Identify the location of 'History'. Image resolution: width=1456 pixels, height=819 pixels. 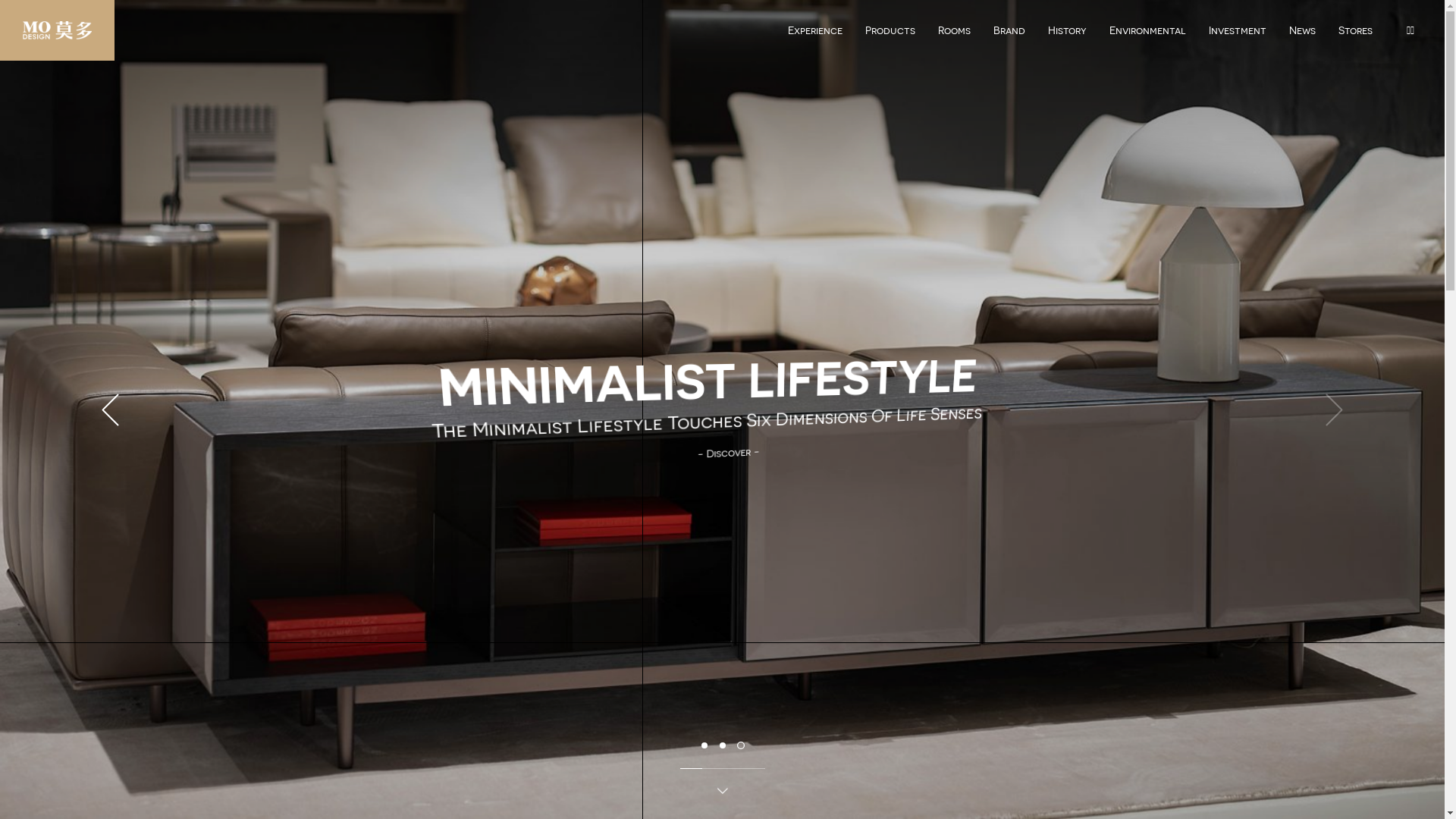
(1036, 25).